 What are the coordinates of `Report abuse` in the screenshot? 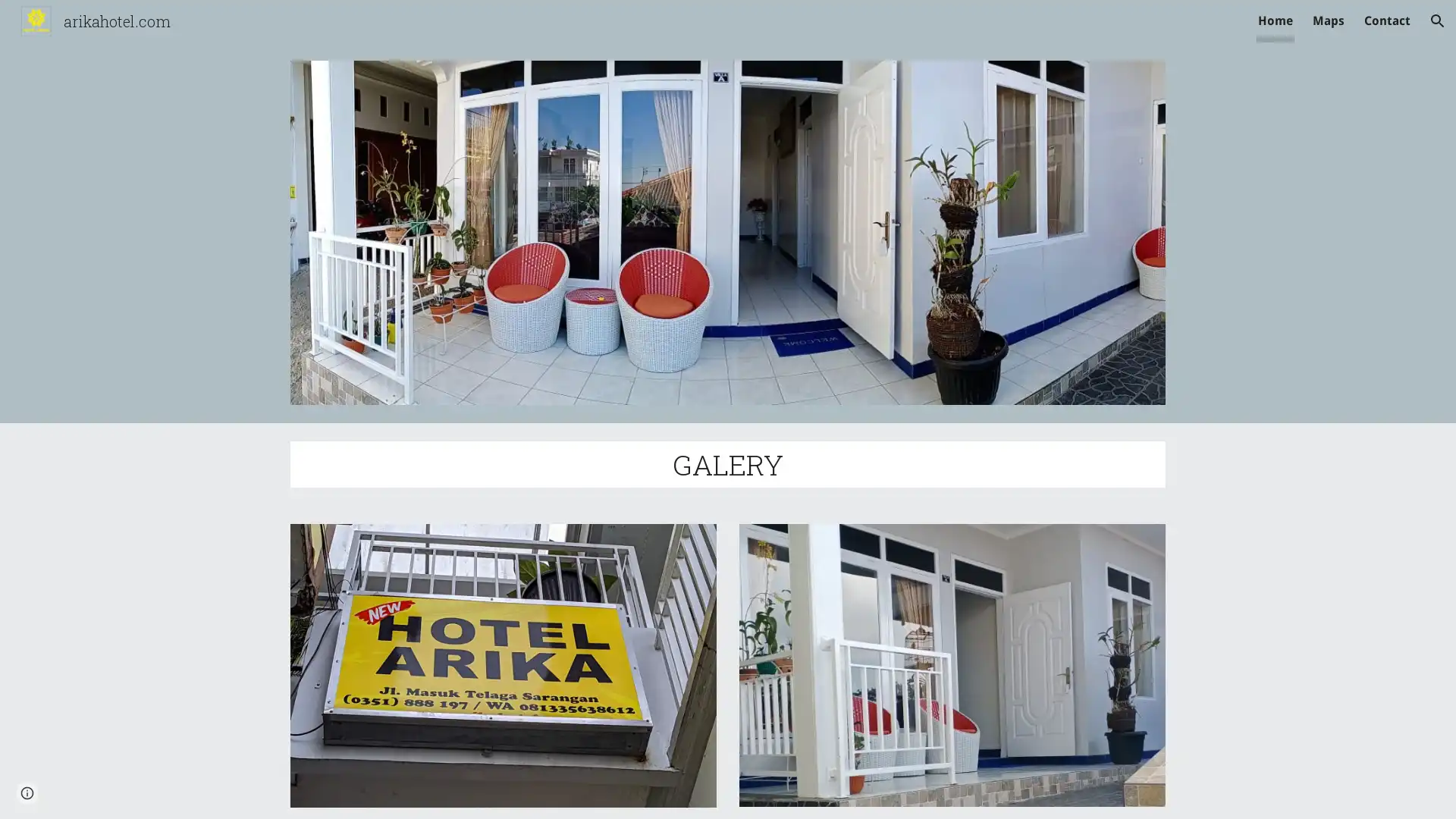 It's located at (182, 792).